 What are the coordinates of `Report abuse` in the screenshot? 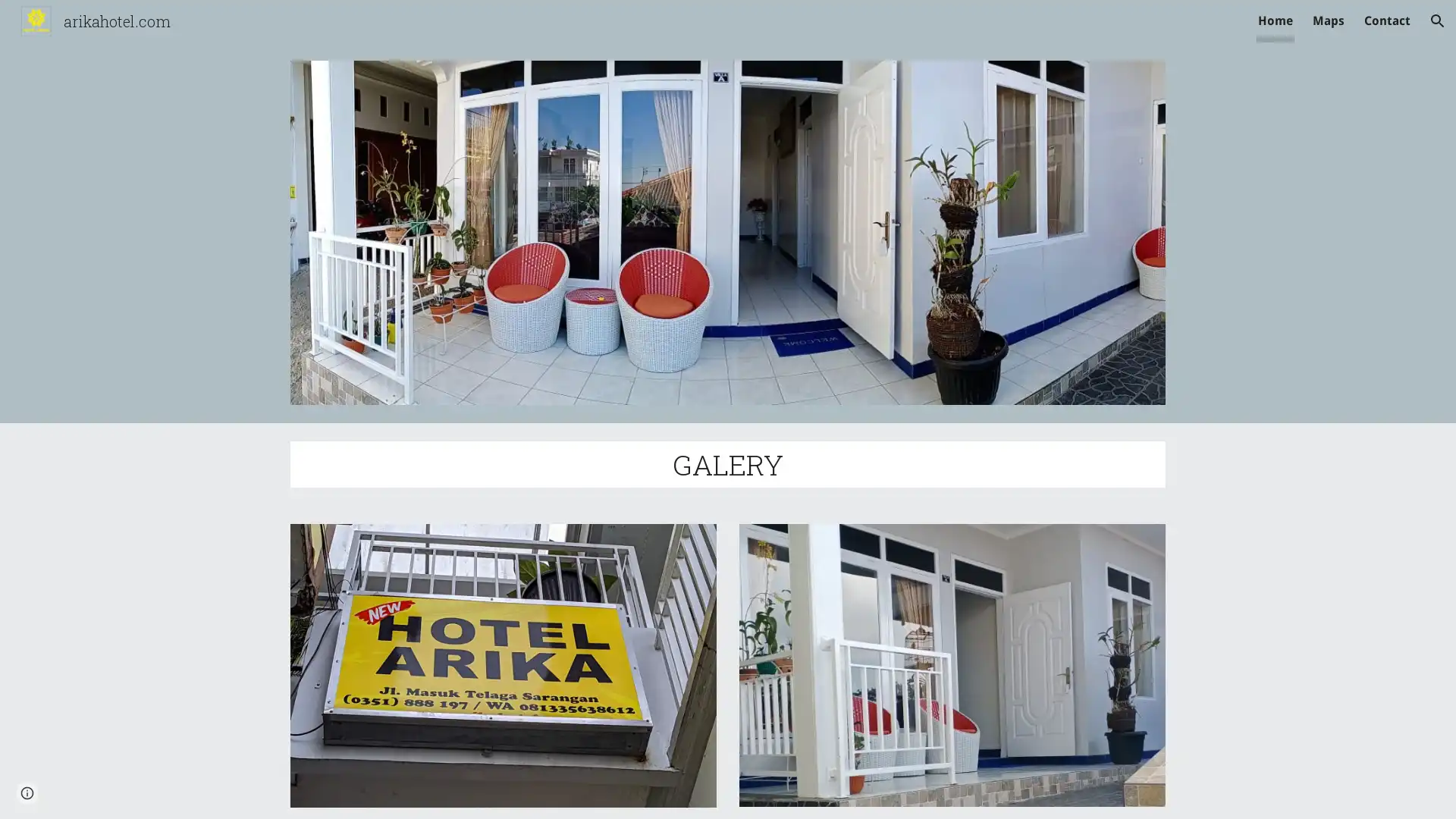 It's located at (182, 792).